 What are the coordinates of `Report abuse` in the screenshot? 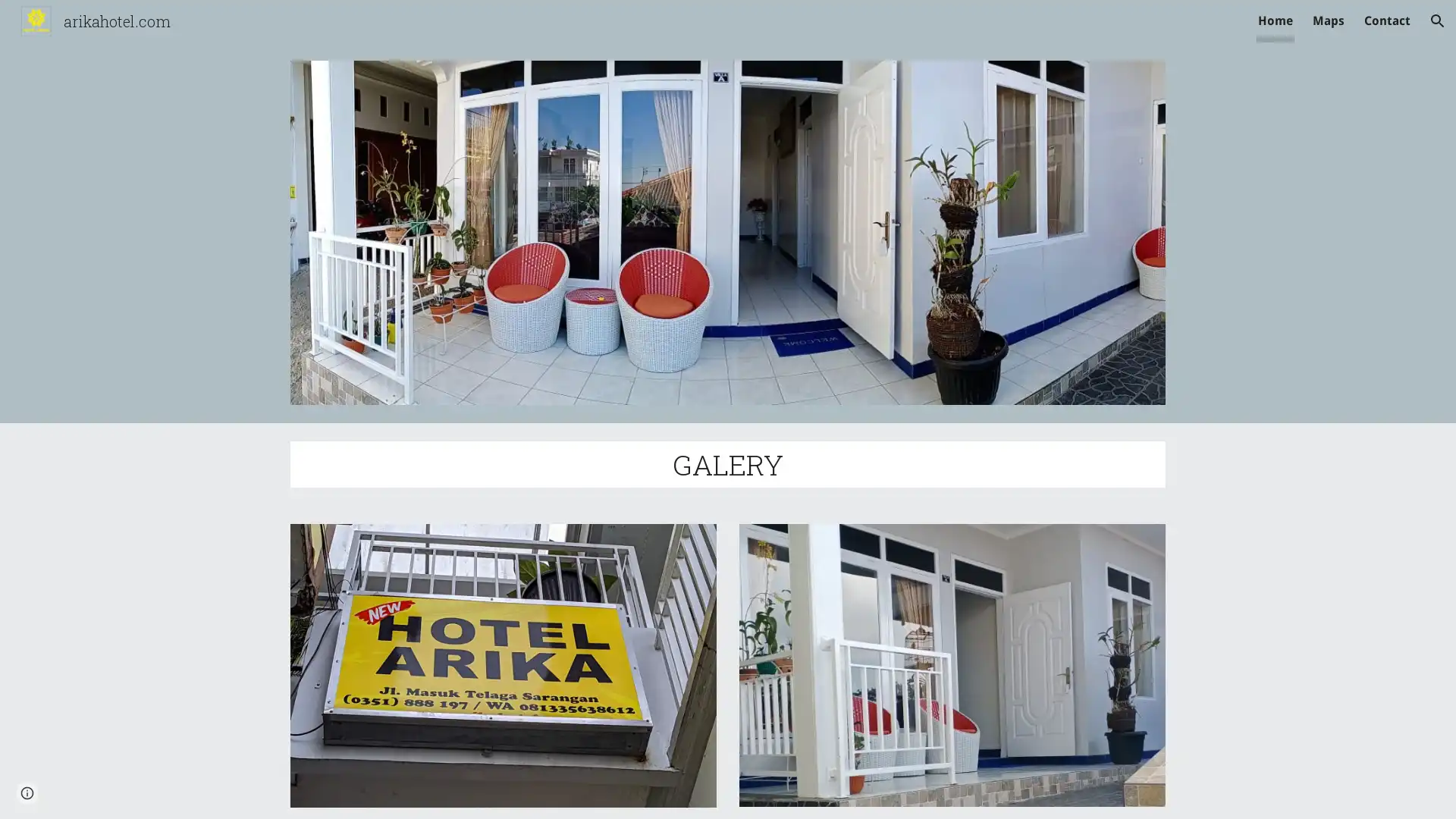 It's located at (182, 792).